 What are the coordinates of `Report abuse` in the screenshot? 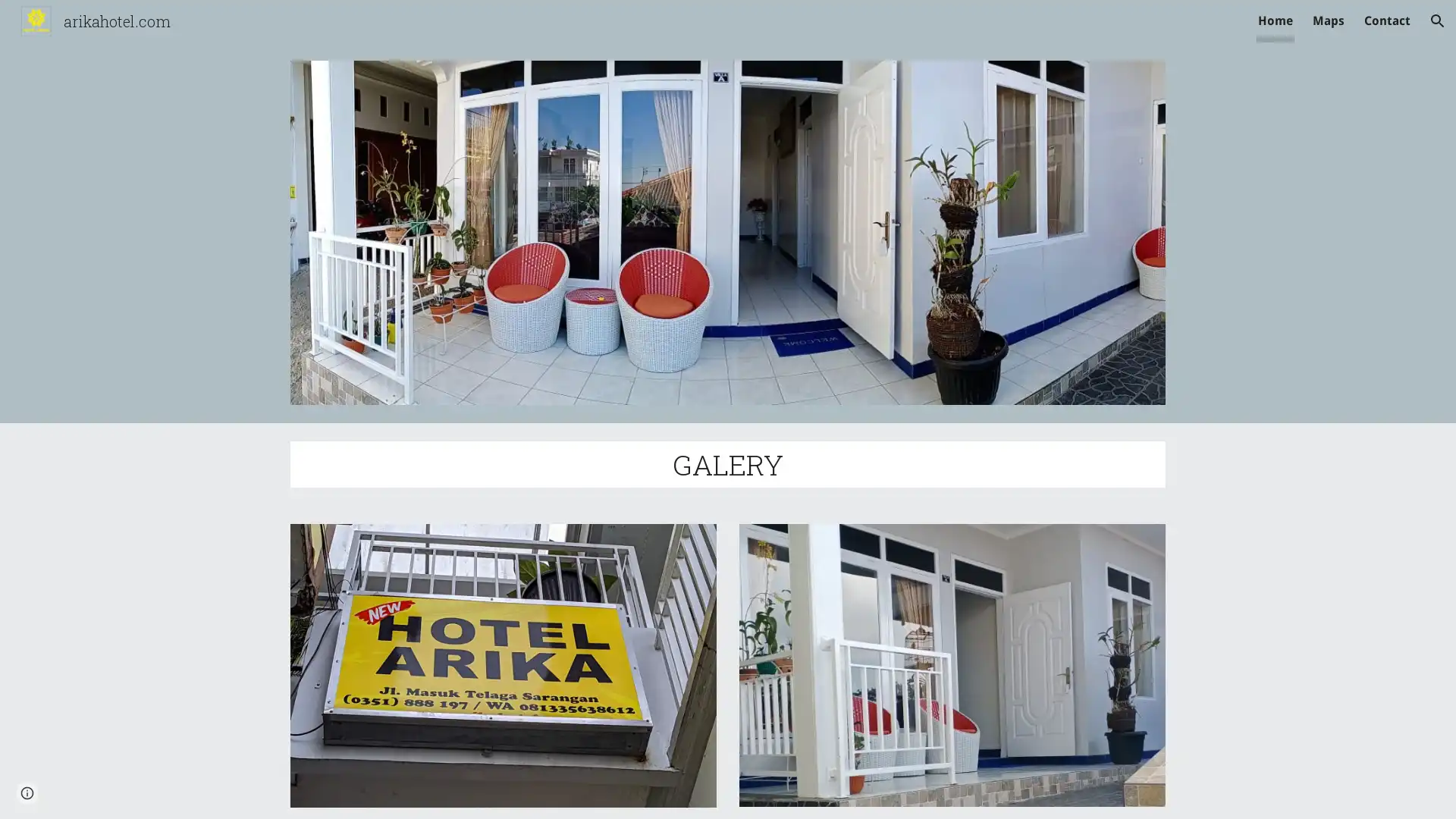 It's located at (182, 792).